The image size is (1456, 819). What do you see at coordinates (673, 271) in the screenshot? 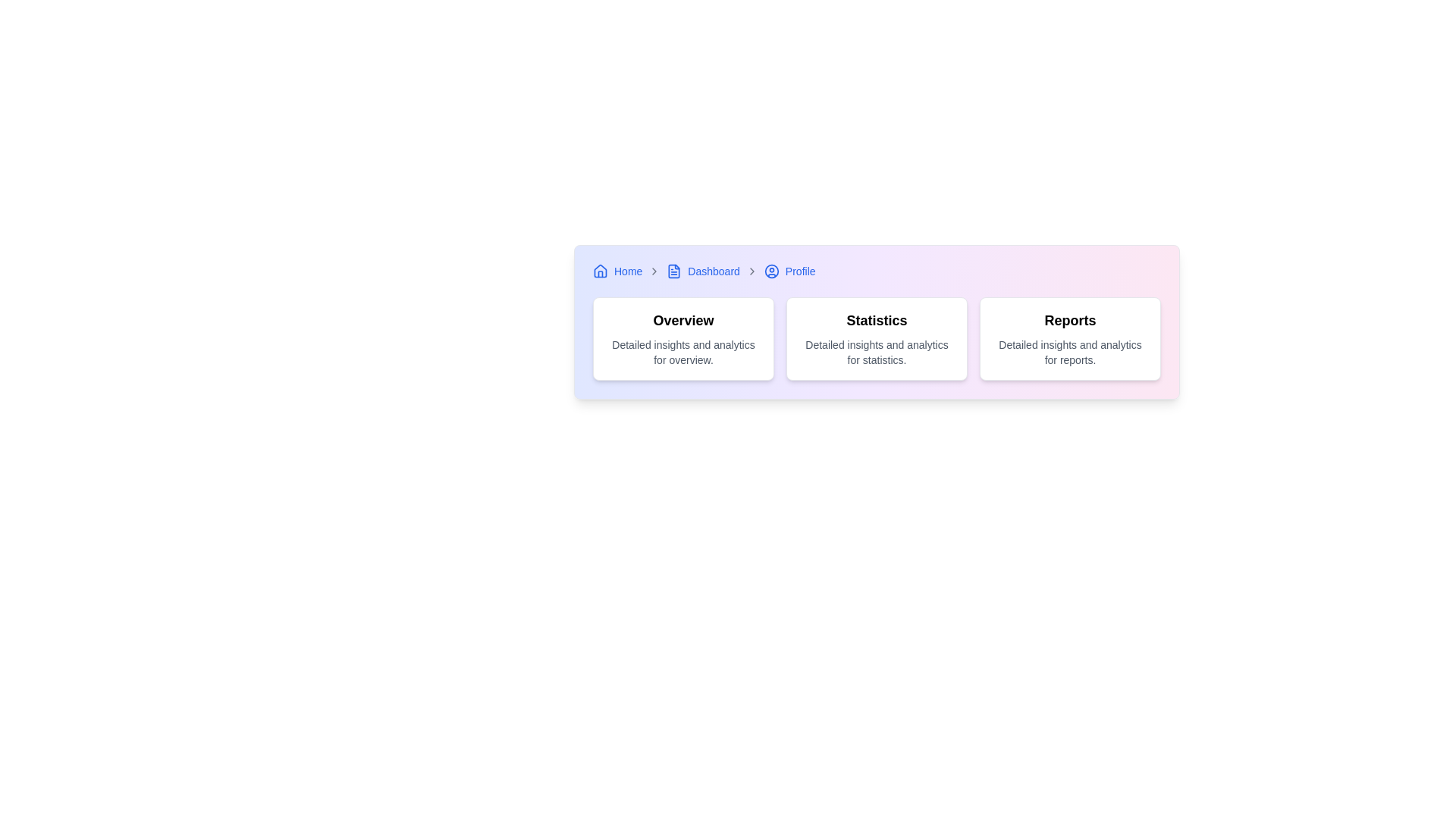
I see `the decorative 'Dashboard' icon in the breadcrumb navigation bar, located next to the 'Home' icon` at bounding box center [673, 271].